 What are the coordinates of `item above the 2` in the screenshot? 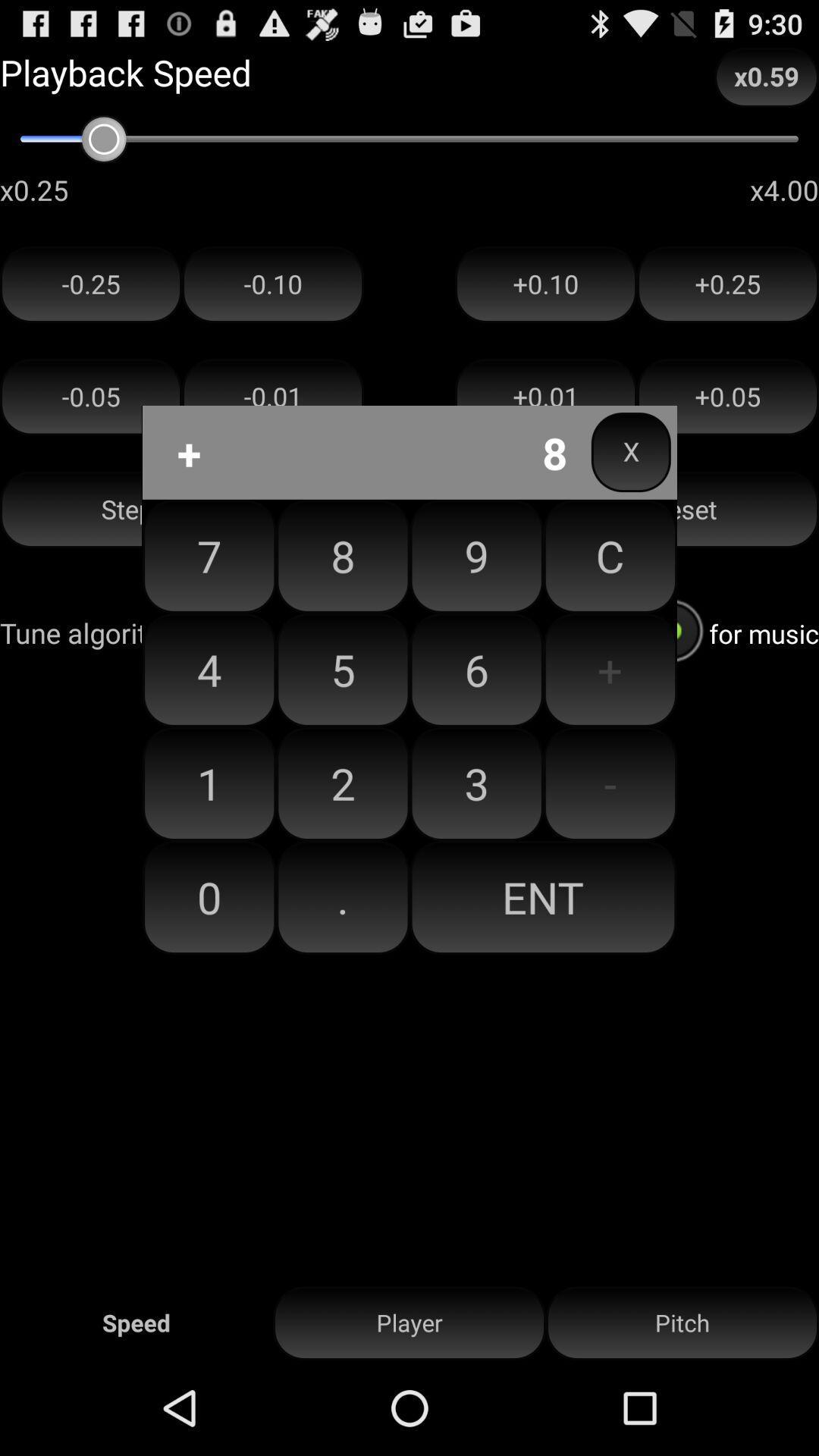 It's located at (475, 669).